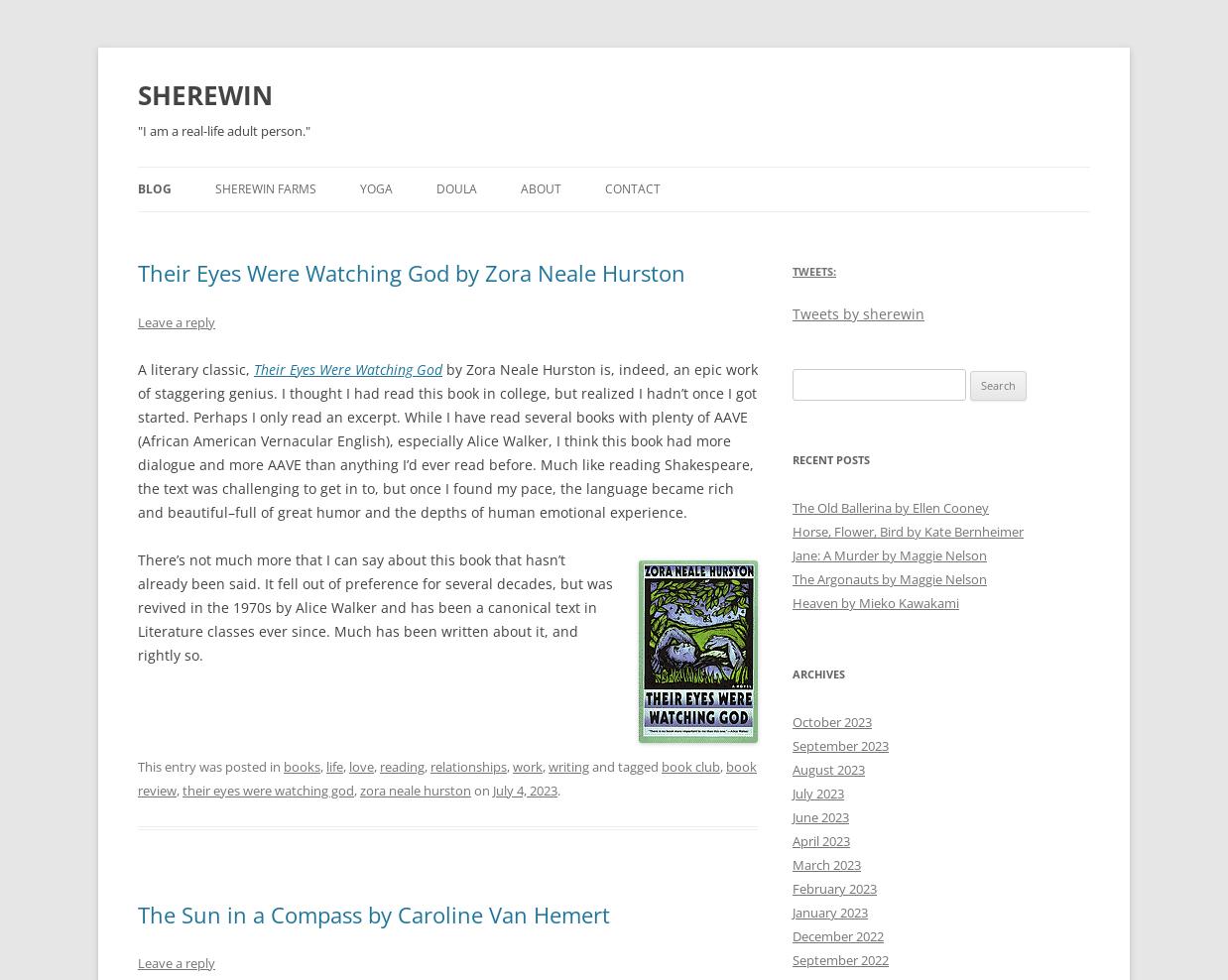  What do you see at coordinates (837, 936) in the screenshot?
I see `'December 2022'` at bounding box center [837, 936].